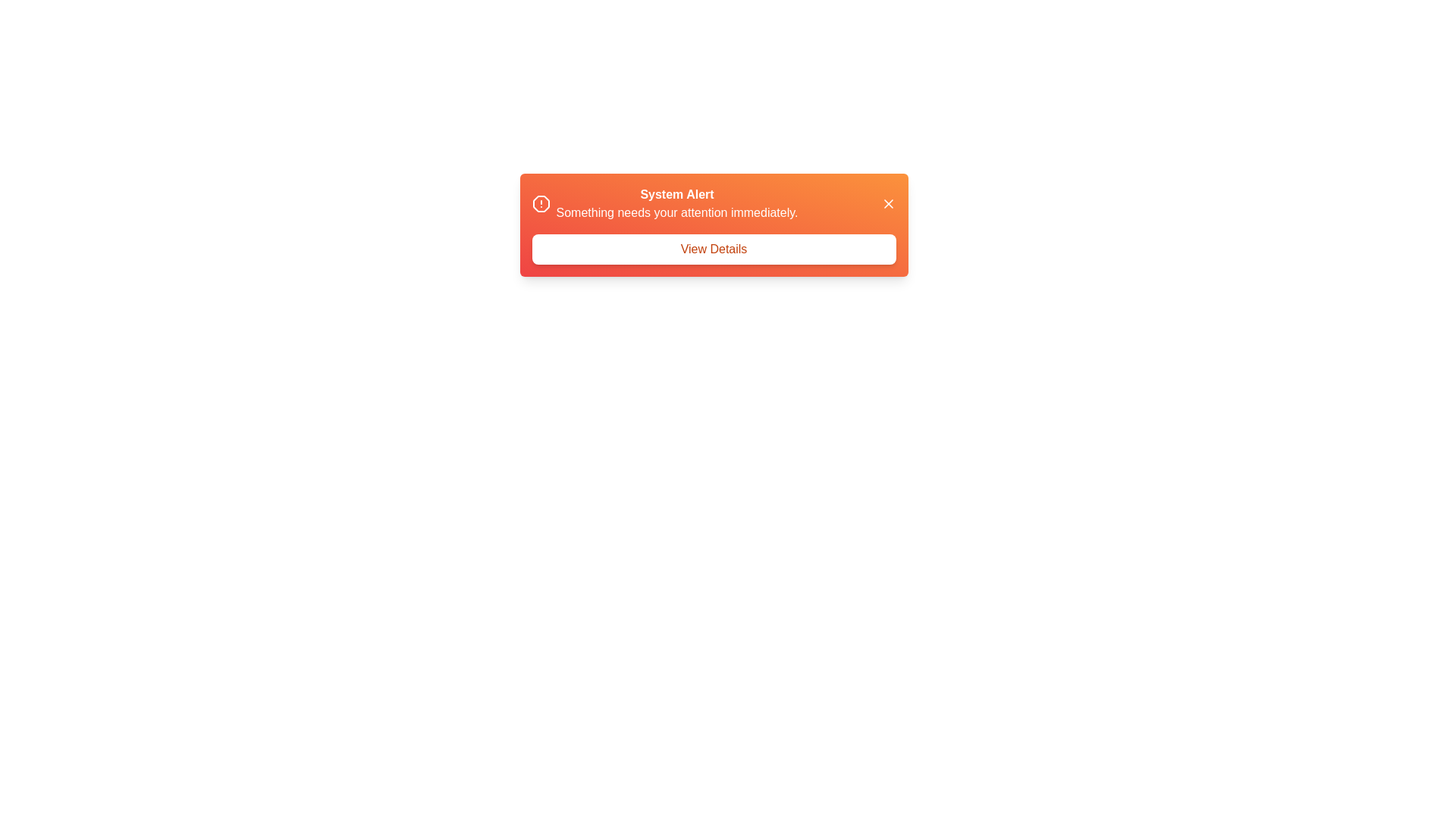  I want to click on the Textual information display that shows 'System Alert' and 'Something needs your attention immediately', which is centrally positioned in the top half of the alert box, so click(676, 203).